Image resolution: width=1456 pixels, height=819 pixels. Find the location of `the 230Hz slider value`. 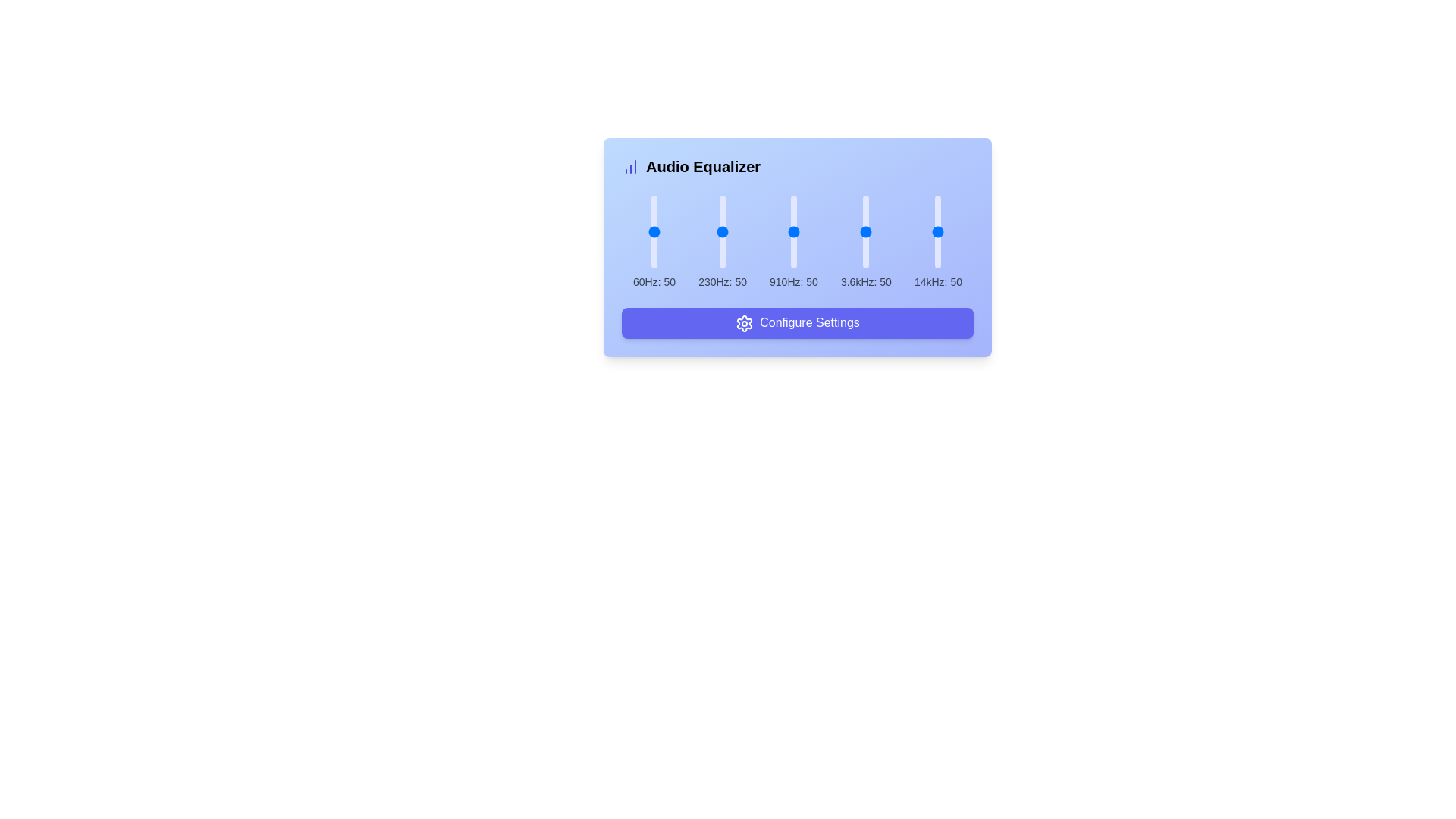

the 230Hz slider value is located at coordinates (722, 217).